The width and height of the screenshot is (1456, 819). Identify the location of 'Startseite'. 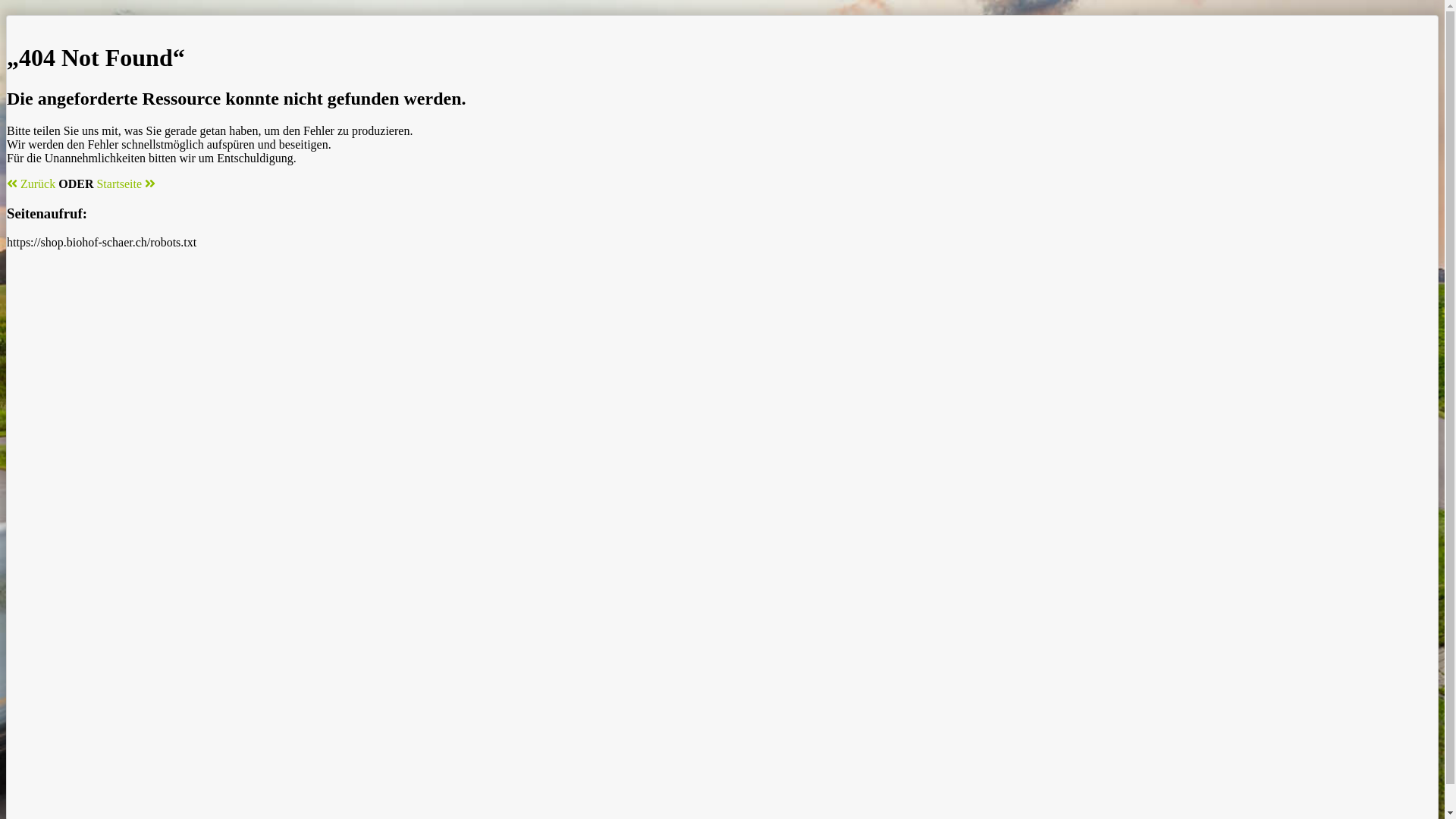
(126, 183).